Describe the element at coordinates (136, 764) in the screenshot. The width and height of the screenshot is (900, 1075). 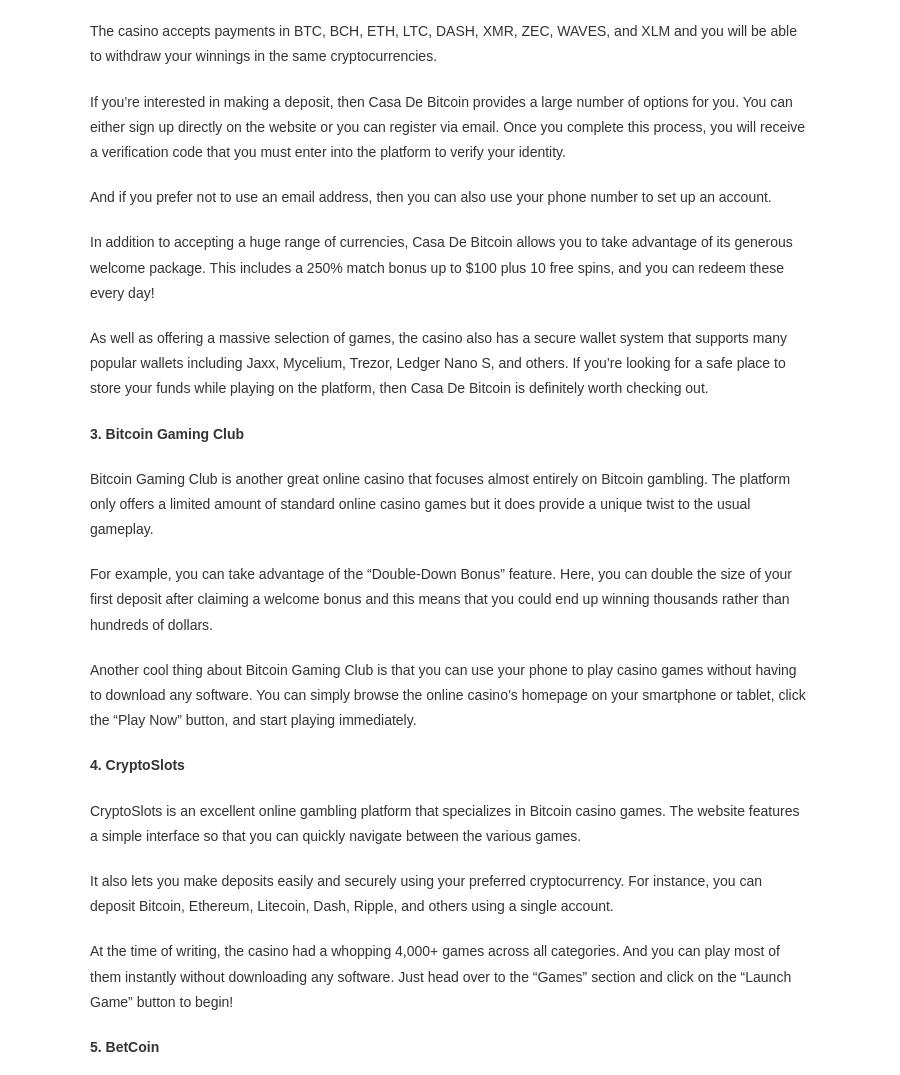
I see `'4. CryptoSlots'` at that location.